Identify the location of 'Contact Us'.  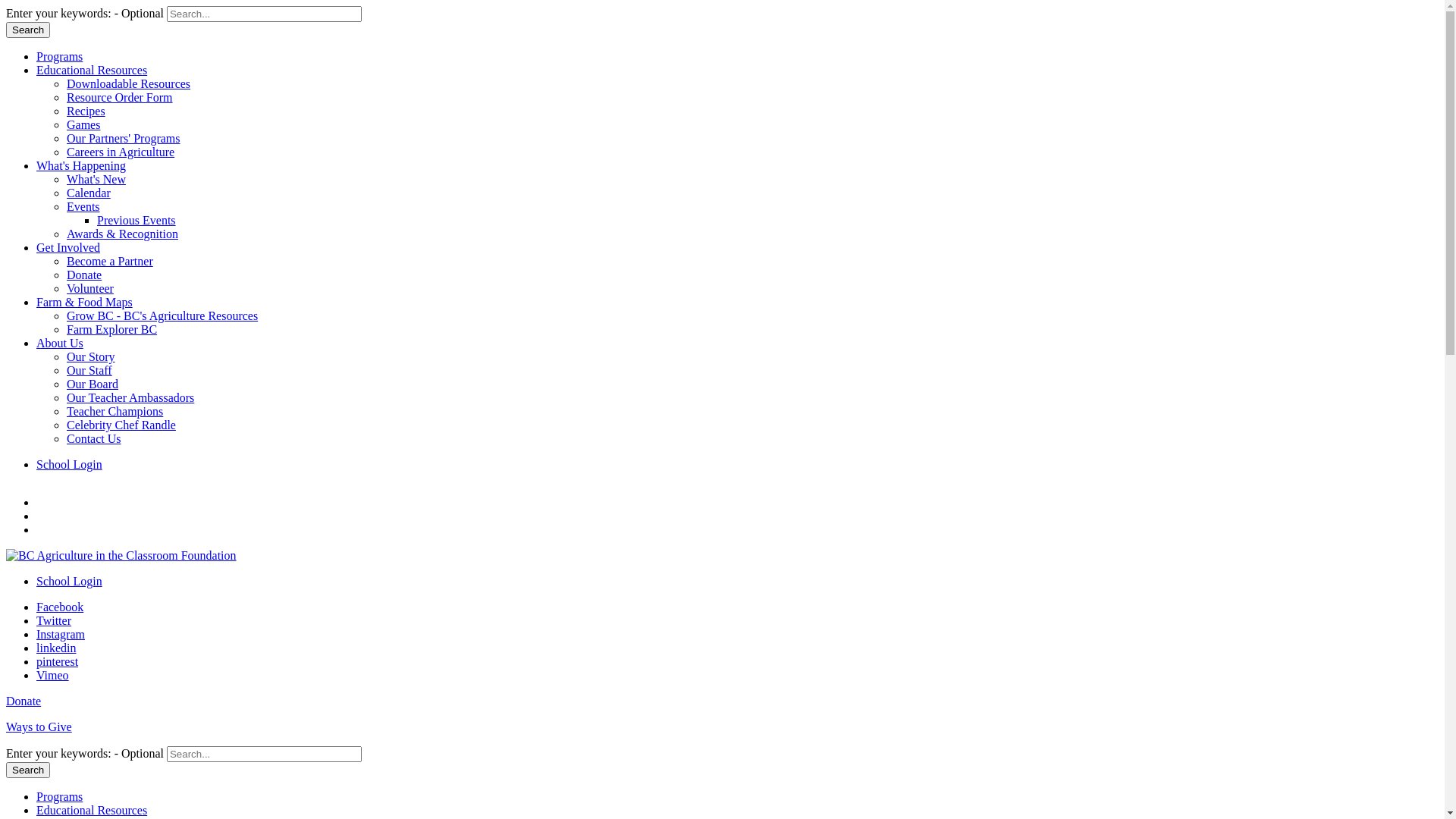
(93, 438).